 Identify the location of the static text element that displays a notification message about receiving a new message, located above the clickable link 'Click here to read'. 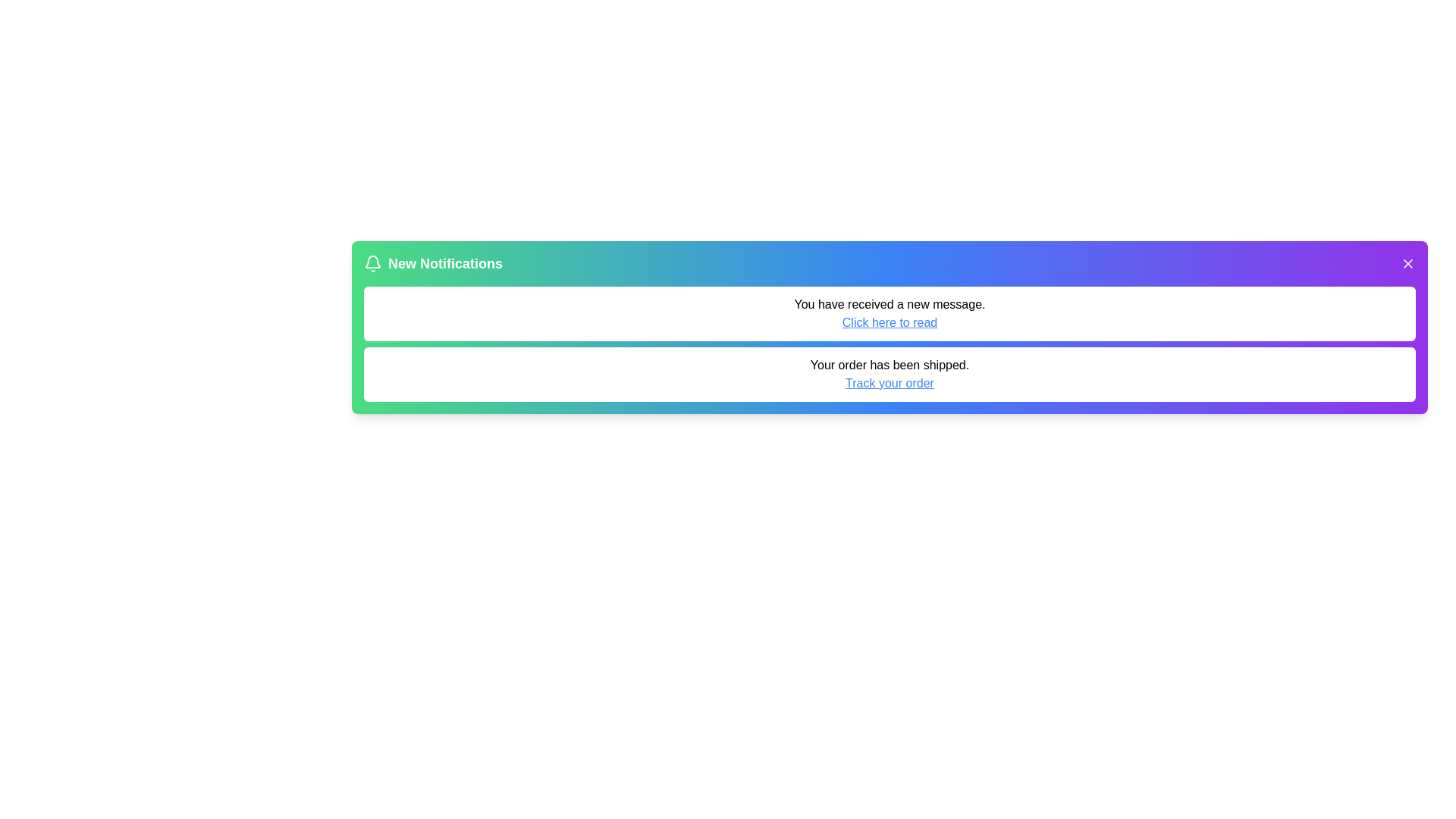
(890, 304).